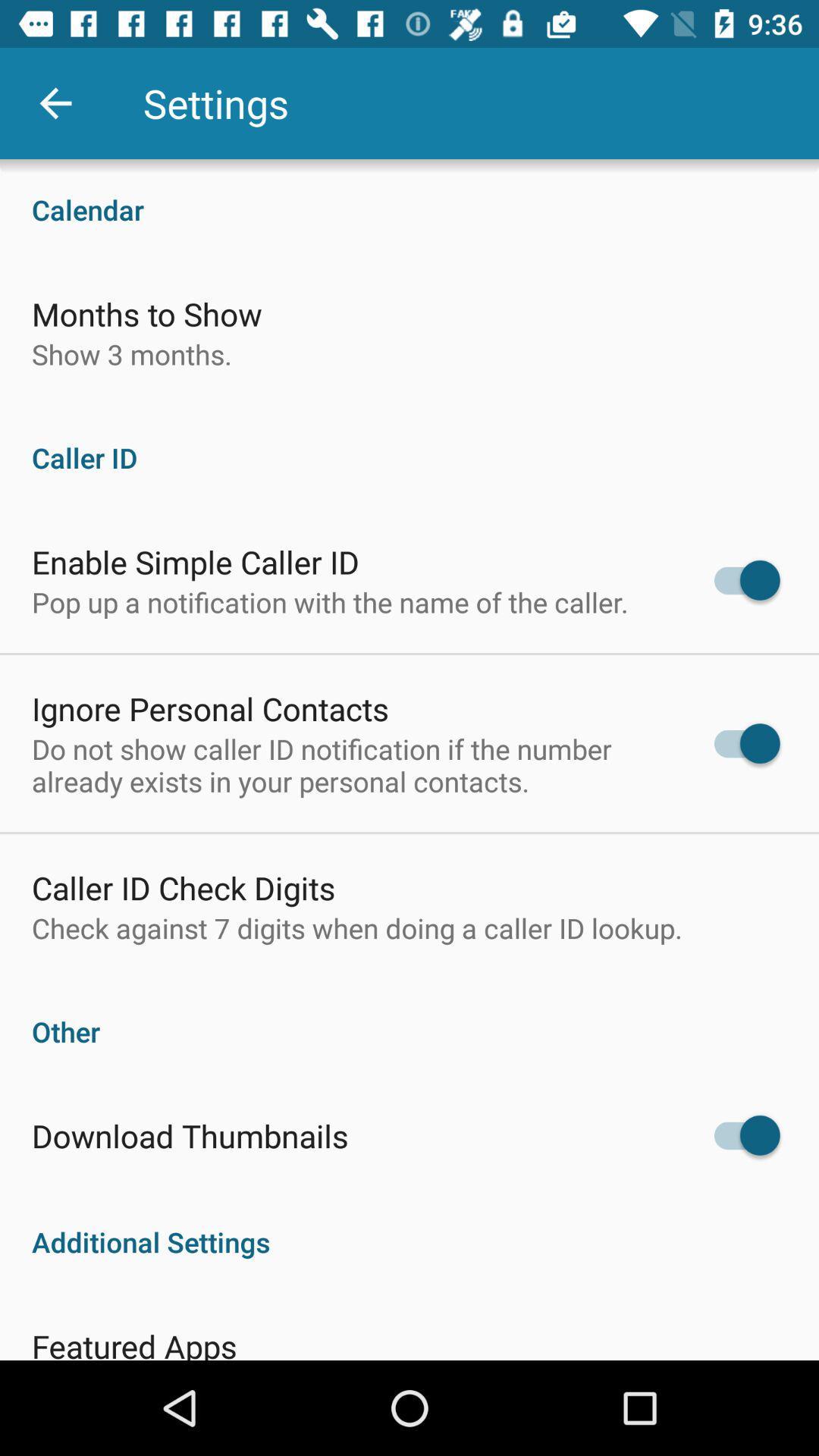  What do you see at coordinates (55, 102) in the screenshot?
I see `icon above the calendar icon` at bounding box center [55, 102].